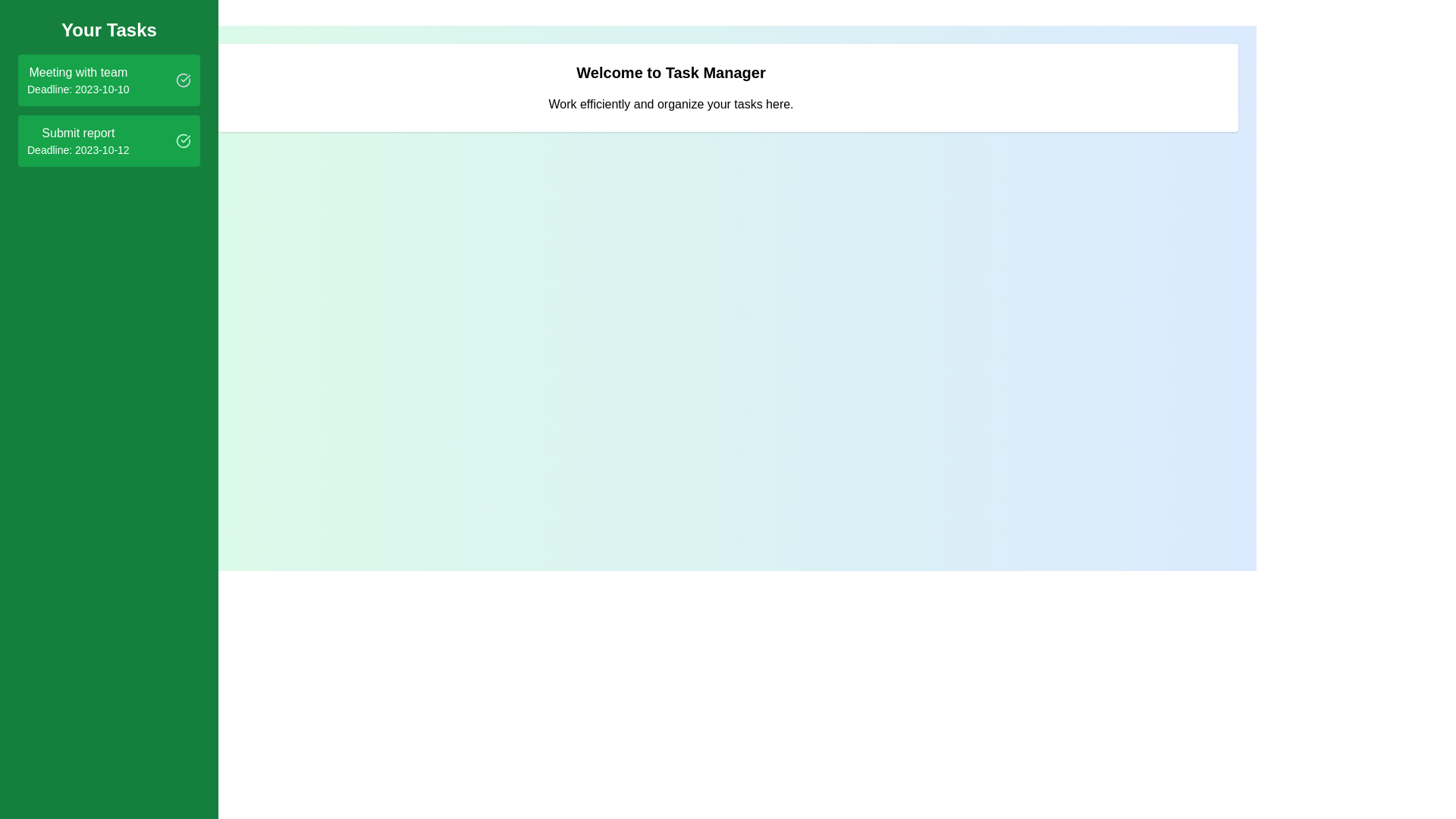  Describe the element at coordinates (108, 80) in the screenshot. I see `the task Meeting with team to observe its hover effect` at that location.